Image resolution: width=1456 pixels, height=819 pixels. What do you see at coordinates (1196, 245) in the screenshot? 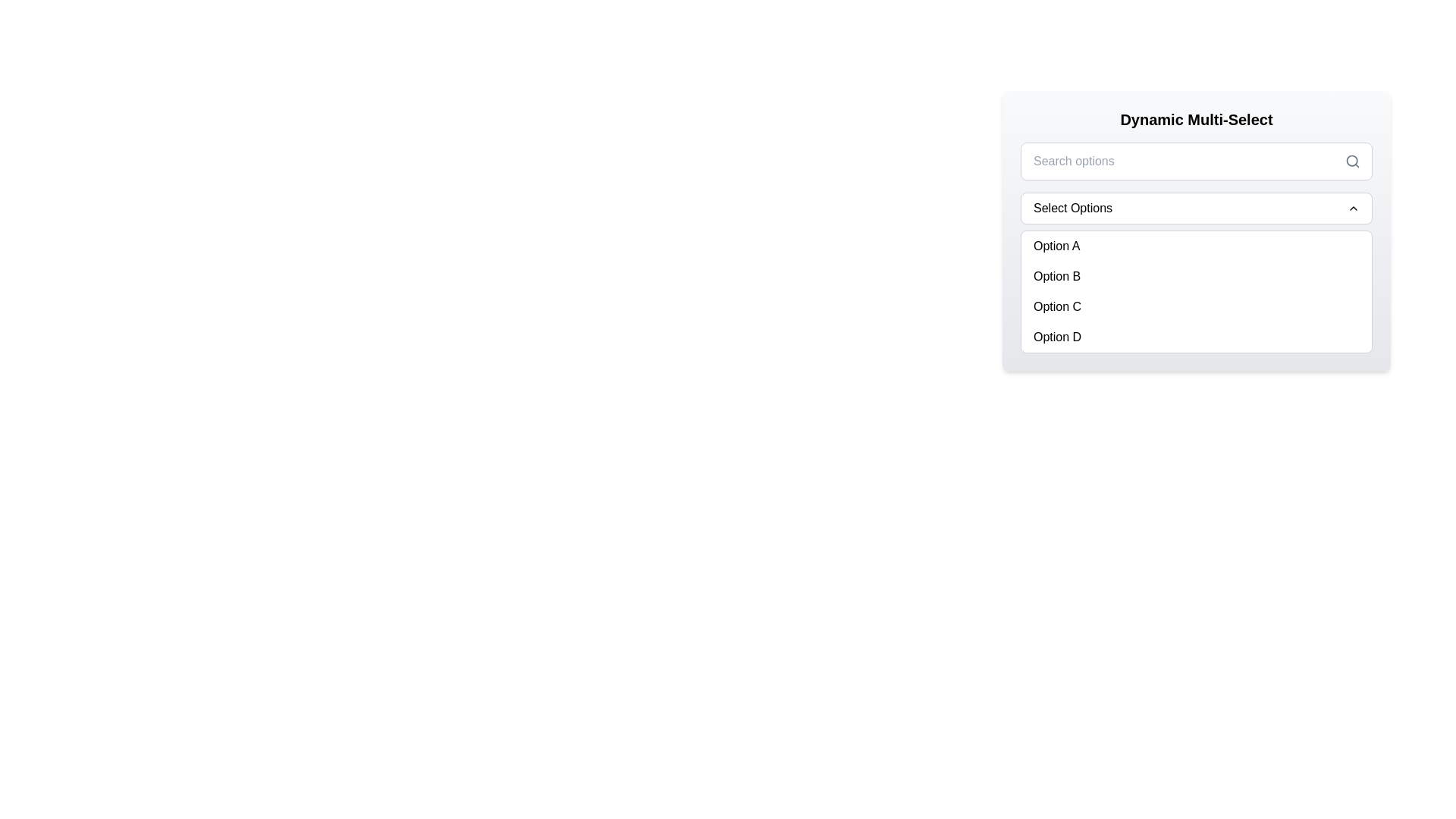
I see `the 'Option A' button located at the top of the dropdown list under 'Dynamic Multi-Select'` at bounding box center [1196, 245].